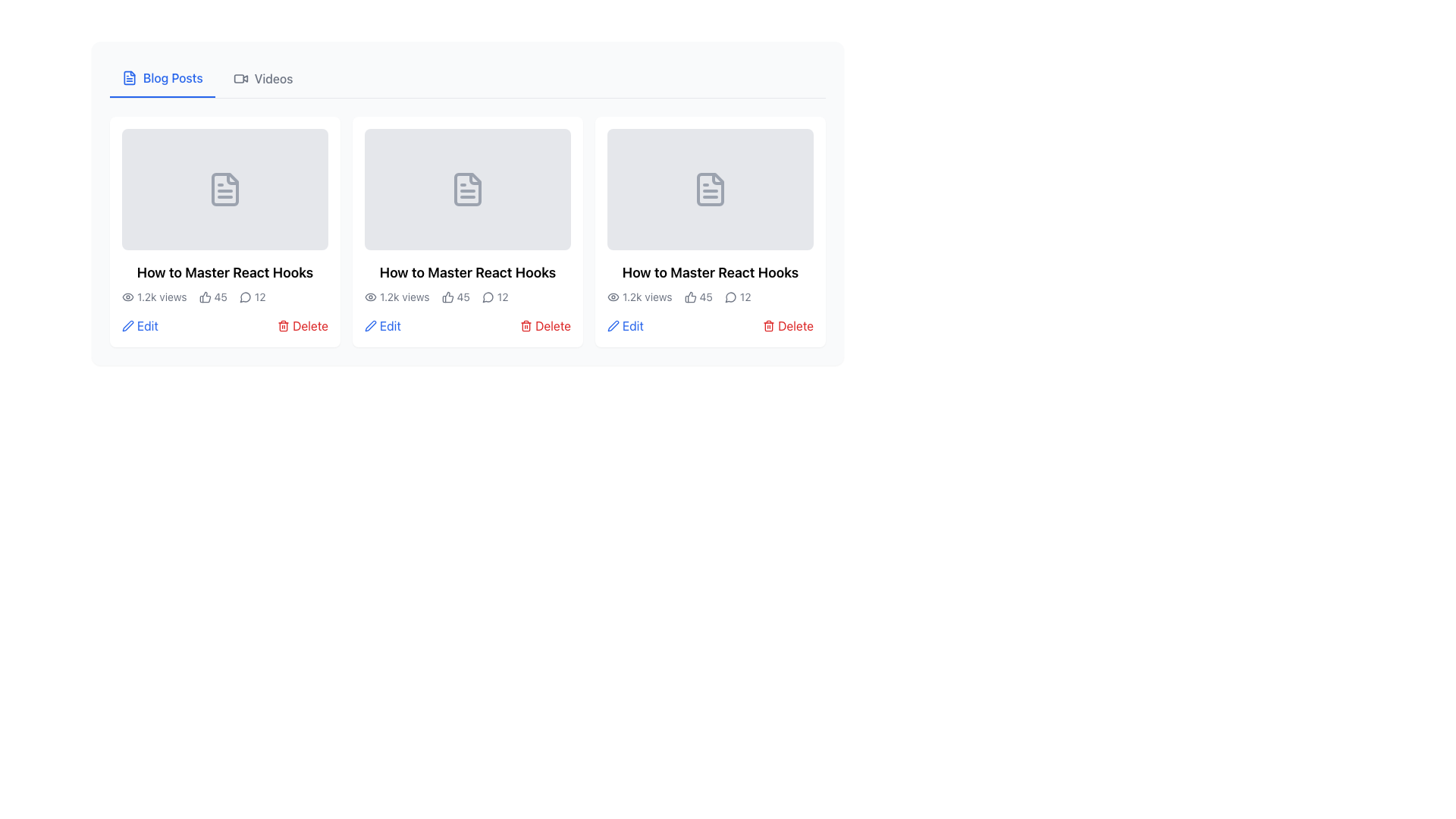 This screenshot has width=1456, height=819. Describe the element at coordinates (447, 297) in the screenshot. I see `the thumbs-up icon representing like functionality, located in the second column of interactive cards under the section 'How to Master React Hooks'` at that location.